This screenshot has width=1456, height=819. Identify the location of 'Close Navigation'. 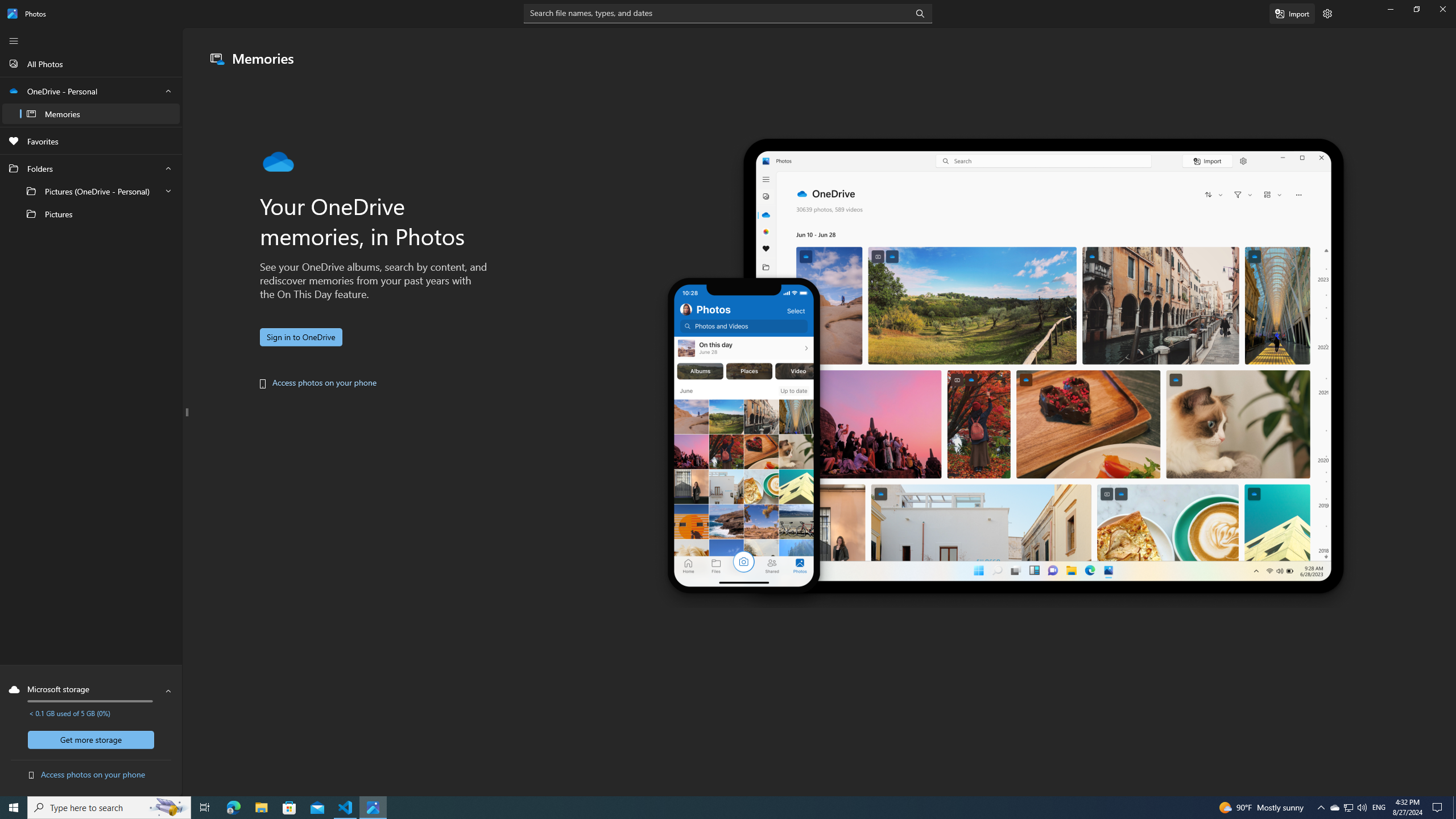
(14, 41).